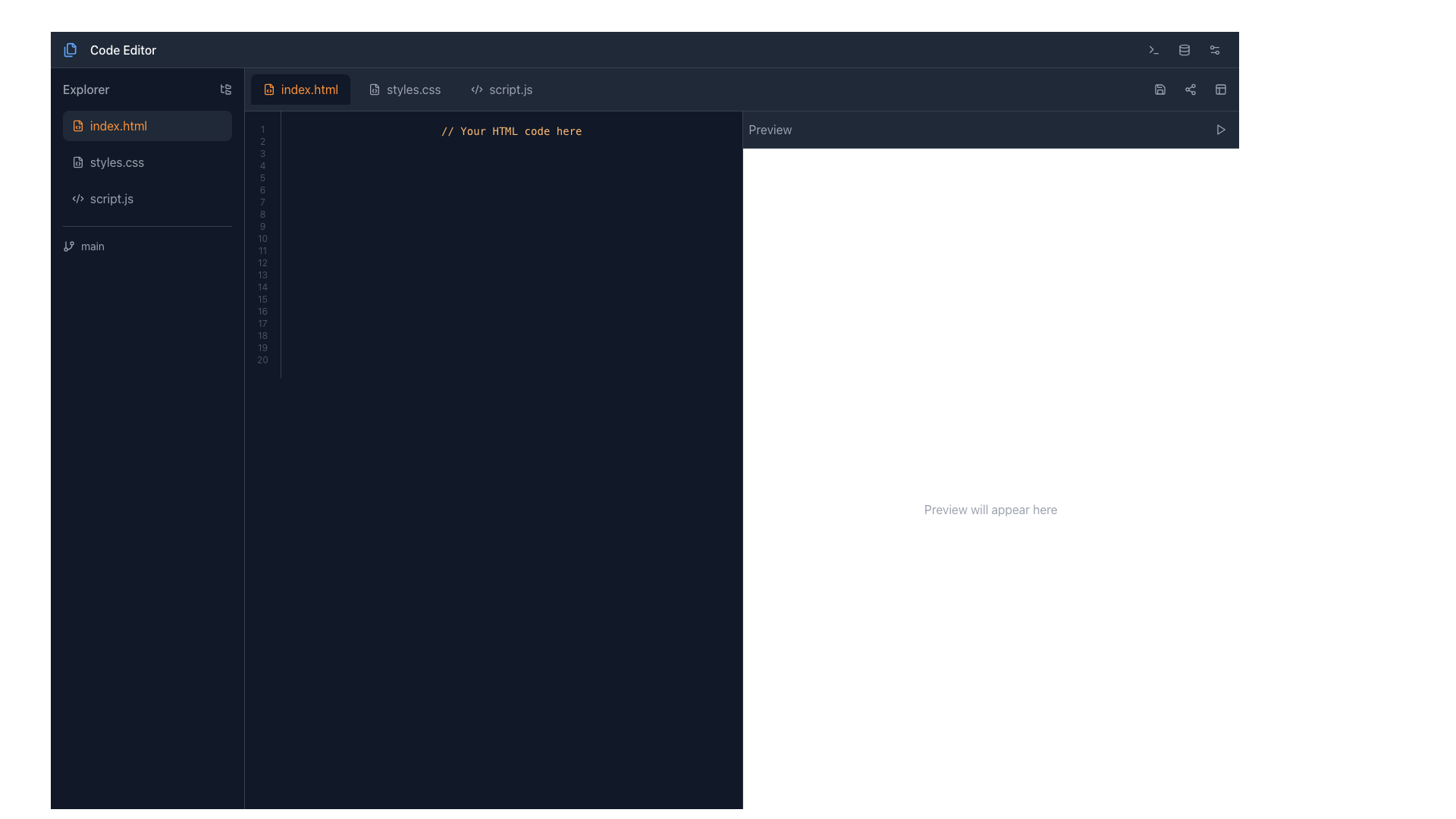 The width and height of the screenshot is (1456, 819). Describe the element at coordinates (262, 262) in the screenshot. I see `the twelfth line number indicator` at that location.